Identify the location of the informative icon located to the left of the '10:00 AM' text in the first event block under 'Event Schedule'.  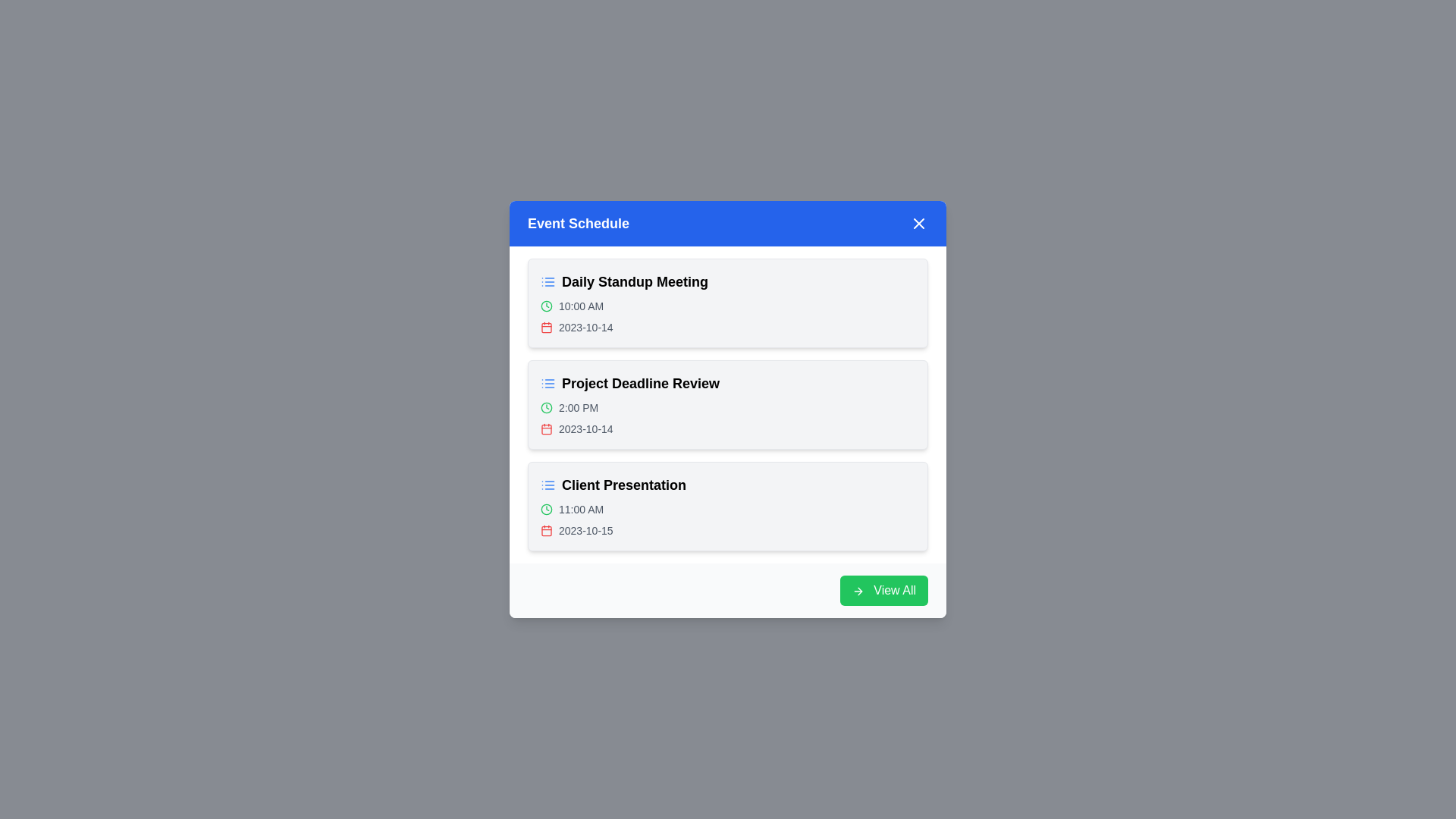
(546, 306).